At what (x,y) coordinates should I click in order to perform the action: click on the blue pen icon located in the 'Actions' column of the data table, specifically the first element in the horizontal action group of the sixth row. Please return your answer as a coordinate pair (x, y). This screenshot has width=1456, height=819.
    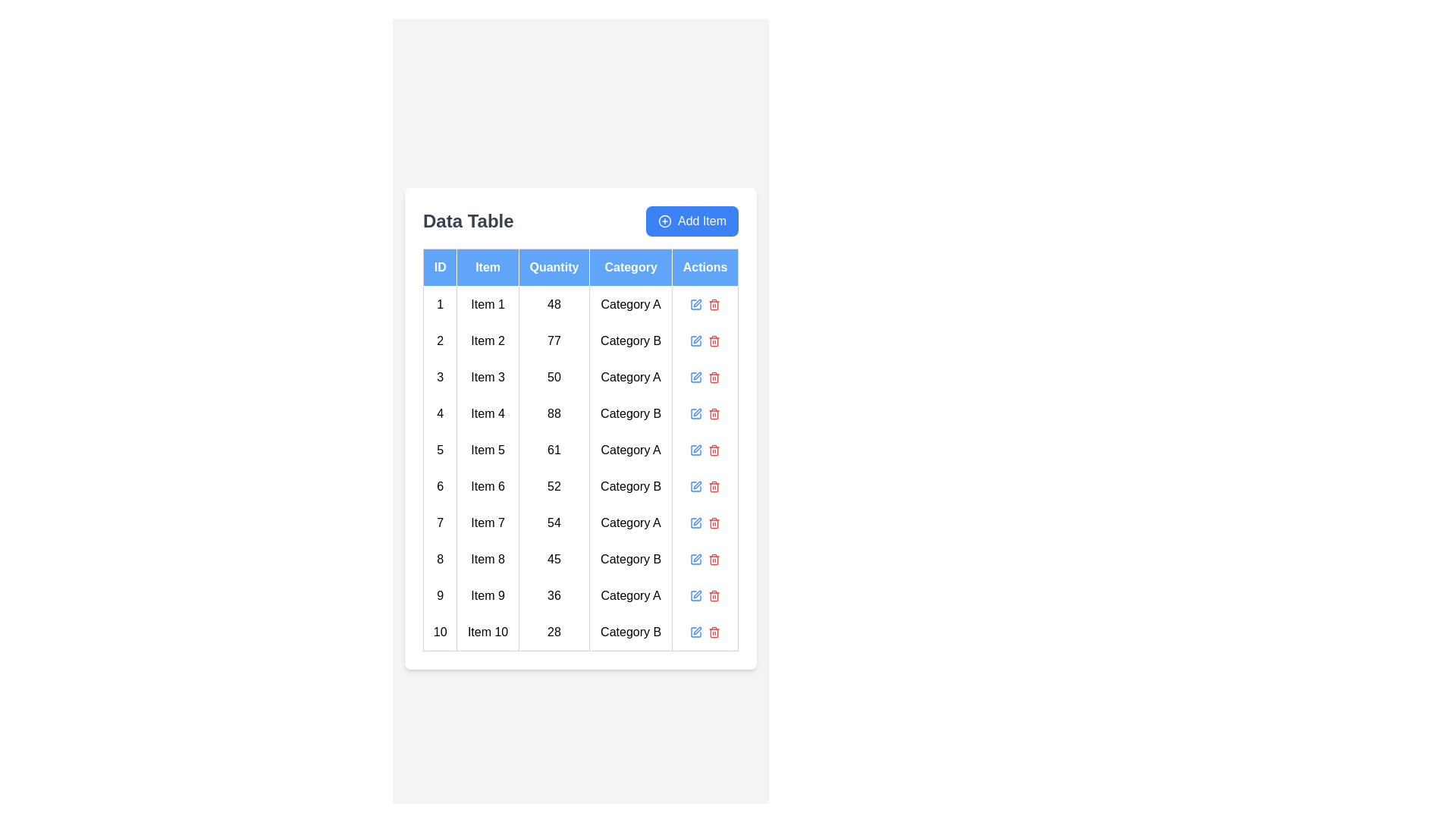
    Looking at the image, I should click on (695, 486).